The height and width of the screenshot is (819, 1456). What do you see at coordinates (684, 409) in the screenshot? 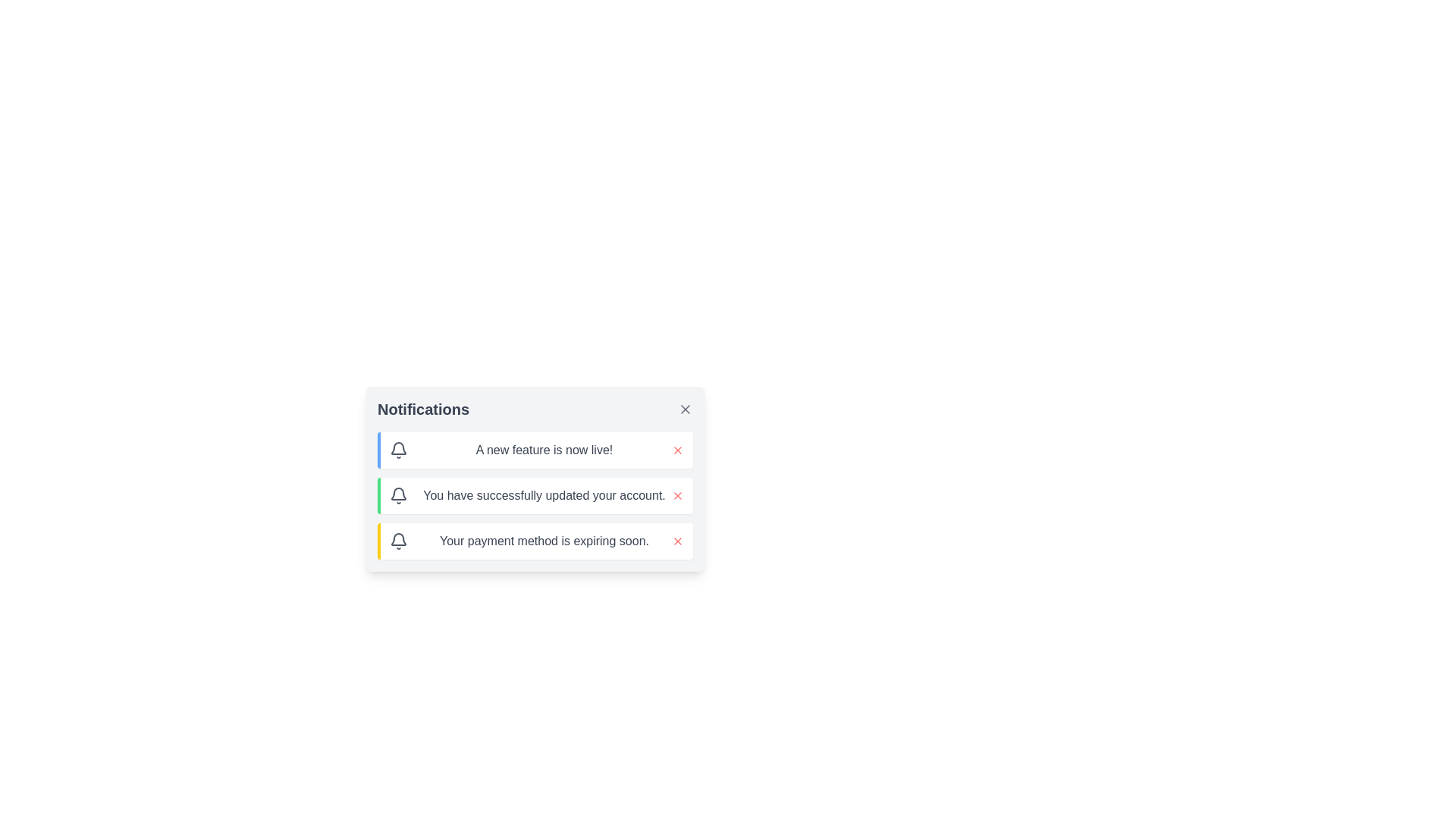
I see `the close icon button represented by an 'X' mark in gray color, located at the top right corner of the Notifications section header` at bounding box center [684, 409].